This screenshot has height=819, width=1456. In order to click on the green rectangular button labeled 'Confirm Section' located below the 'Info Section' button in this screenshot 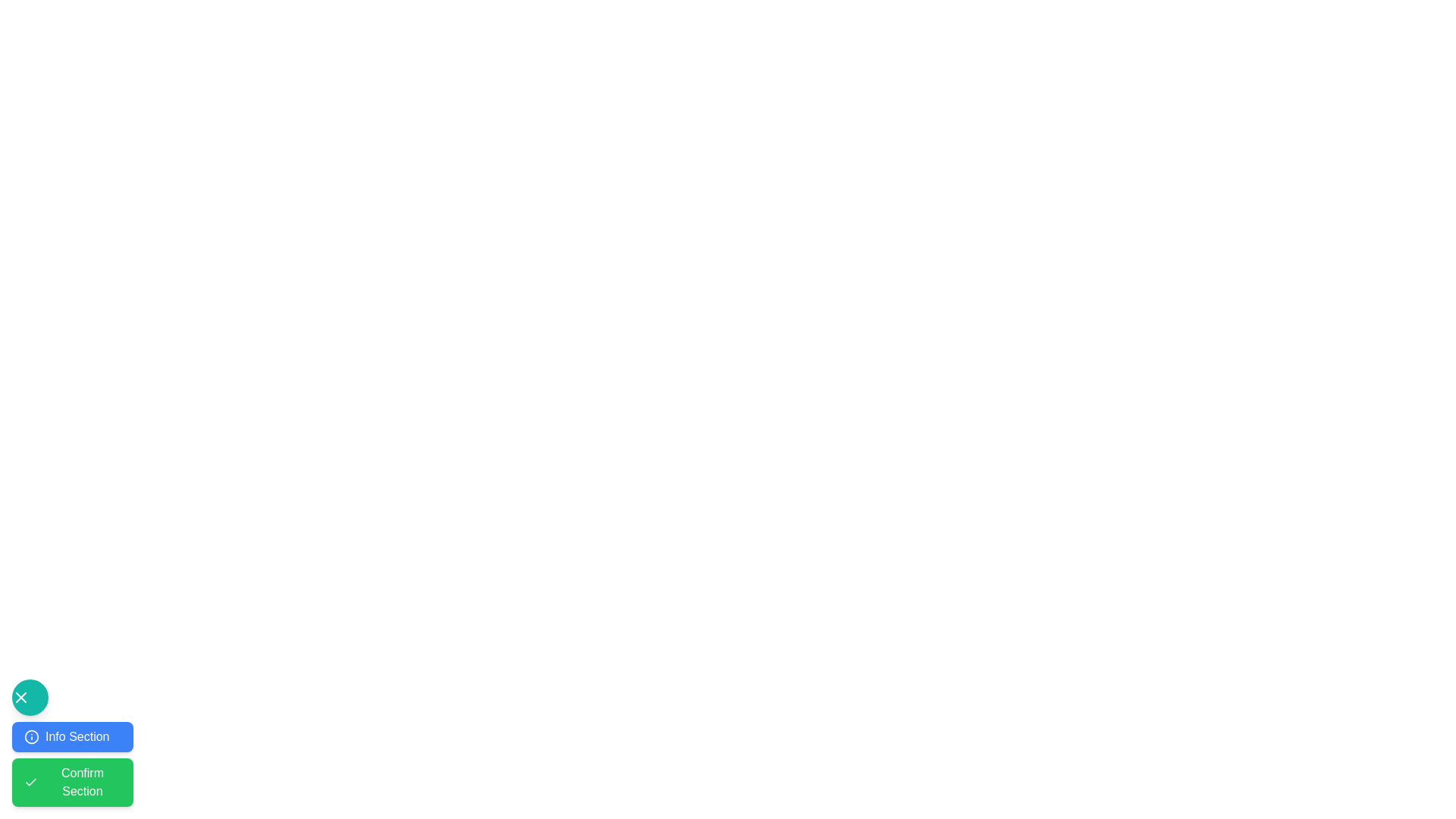, I will do `click(72, 764)`.